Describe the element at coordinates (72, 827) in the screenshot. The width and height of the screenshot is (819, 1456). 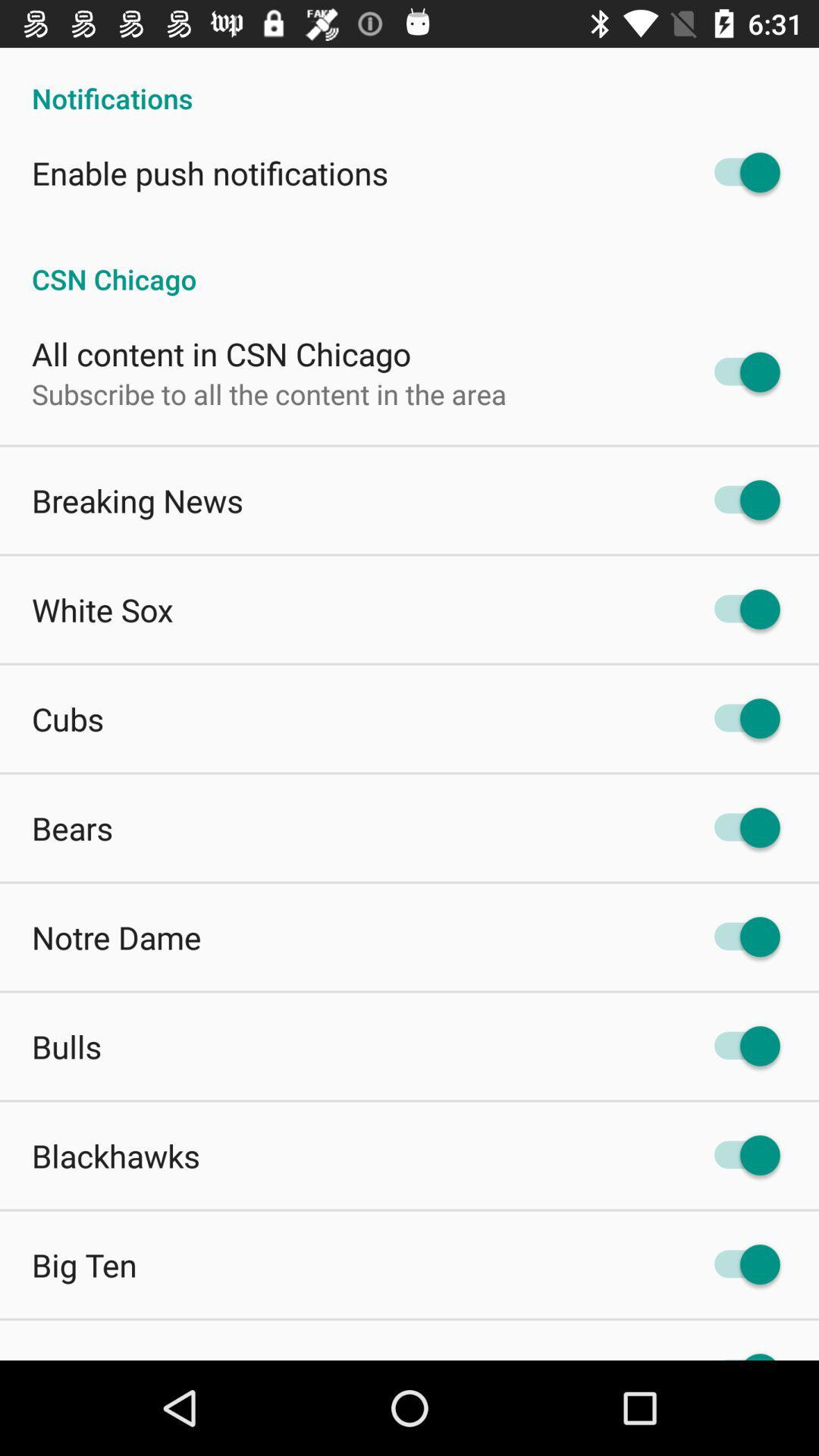
I see `app above notre dame` at that location.